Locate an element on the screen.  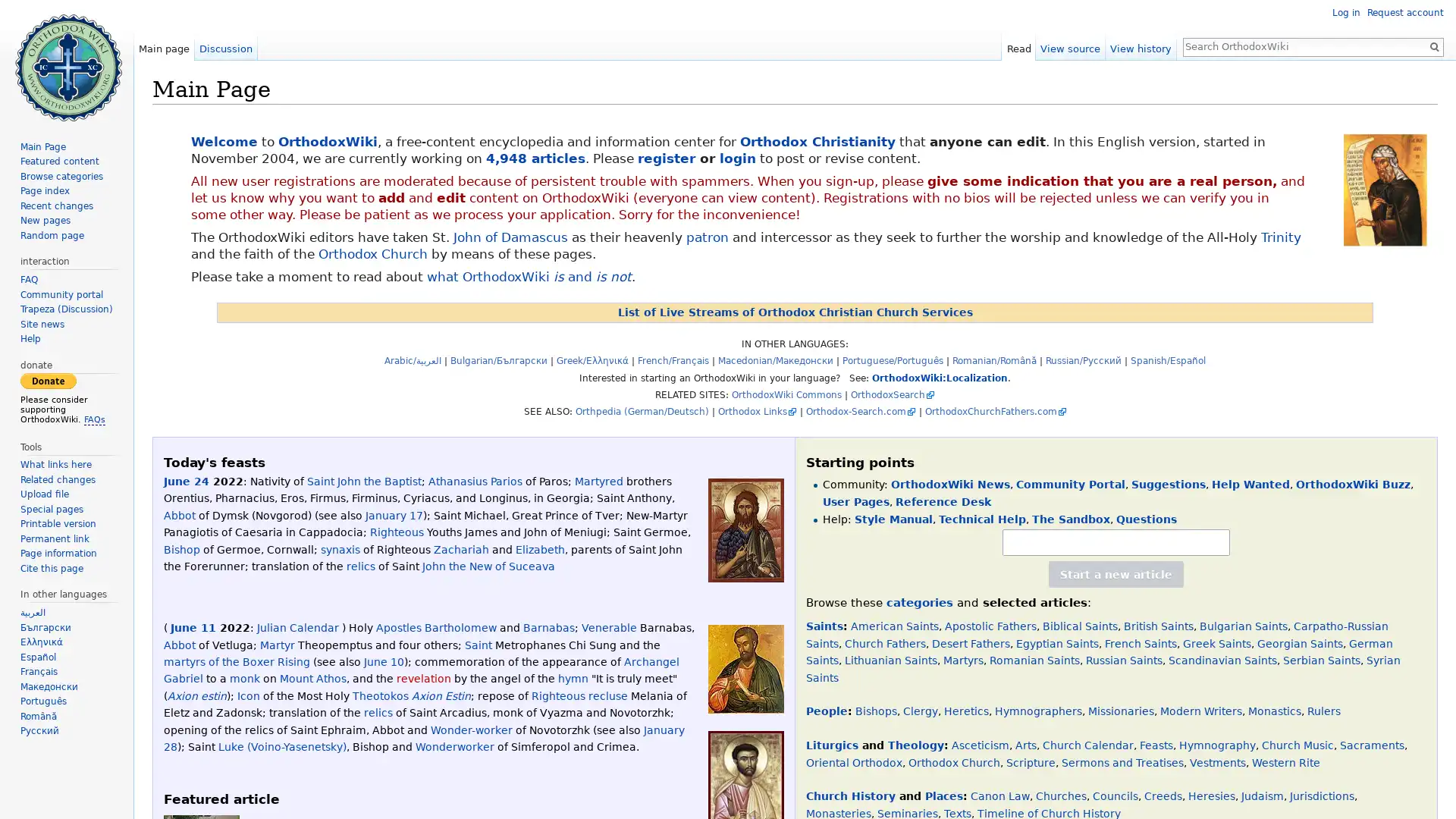
Start a new article is located at coordinates (1116, 574).